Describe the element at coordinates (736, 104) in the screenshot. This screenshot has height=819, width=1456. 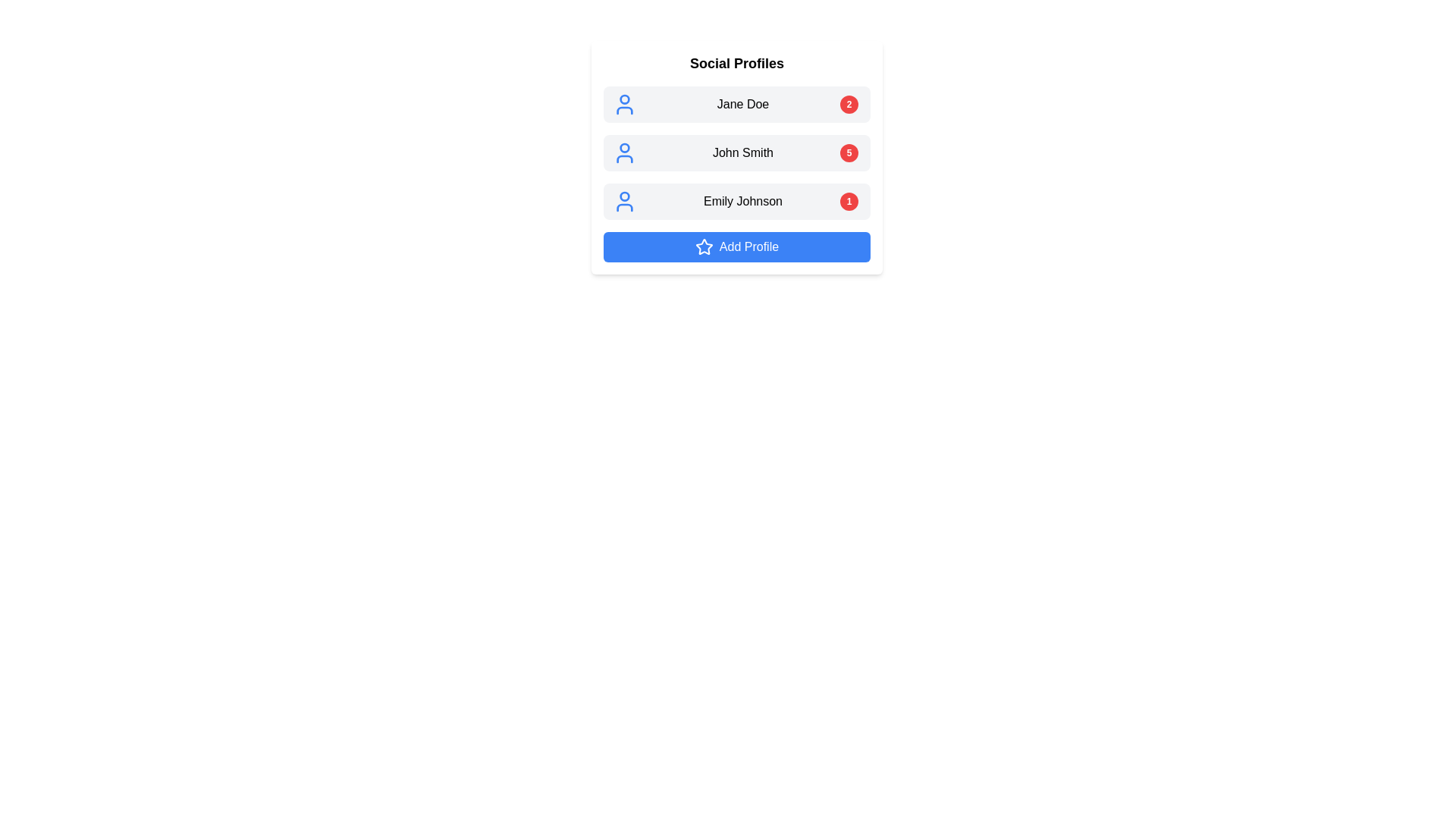
I see `the Profile list item for 'Jane Doe'` at that location.